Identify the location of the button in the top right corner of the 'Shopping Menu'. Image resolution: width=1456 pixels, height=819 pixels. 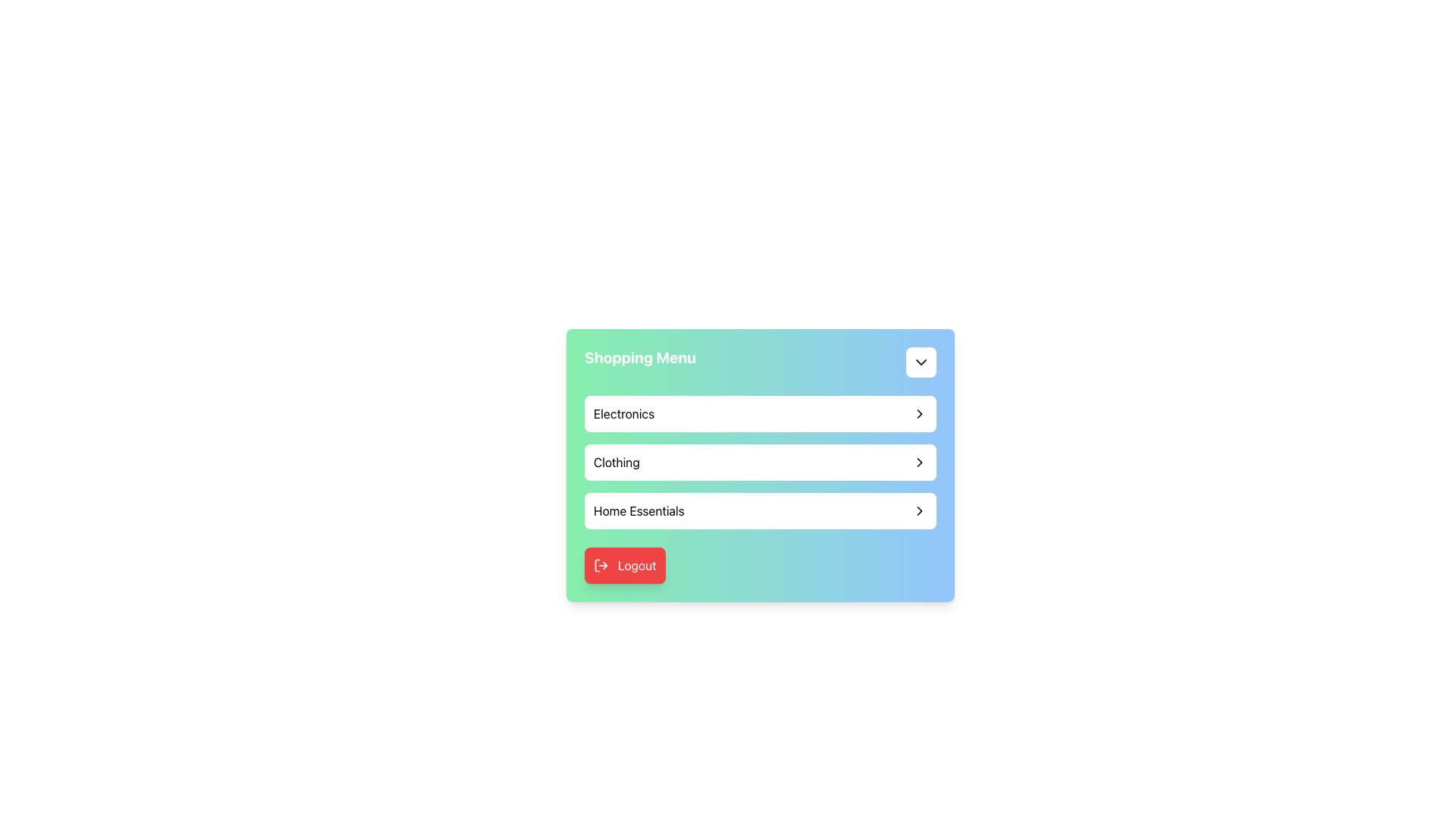
(920, 362).